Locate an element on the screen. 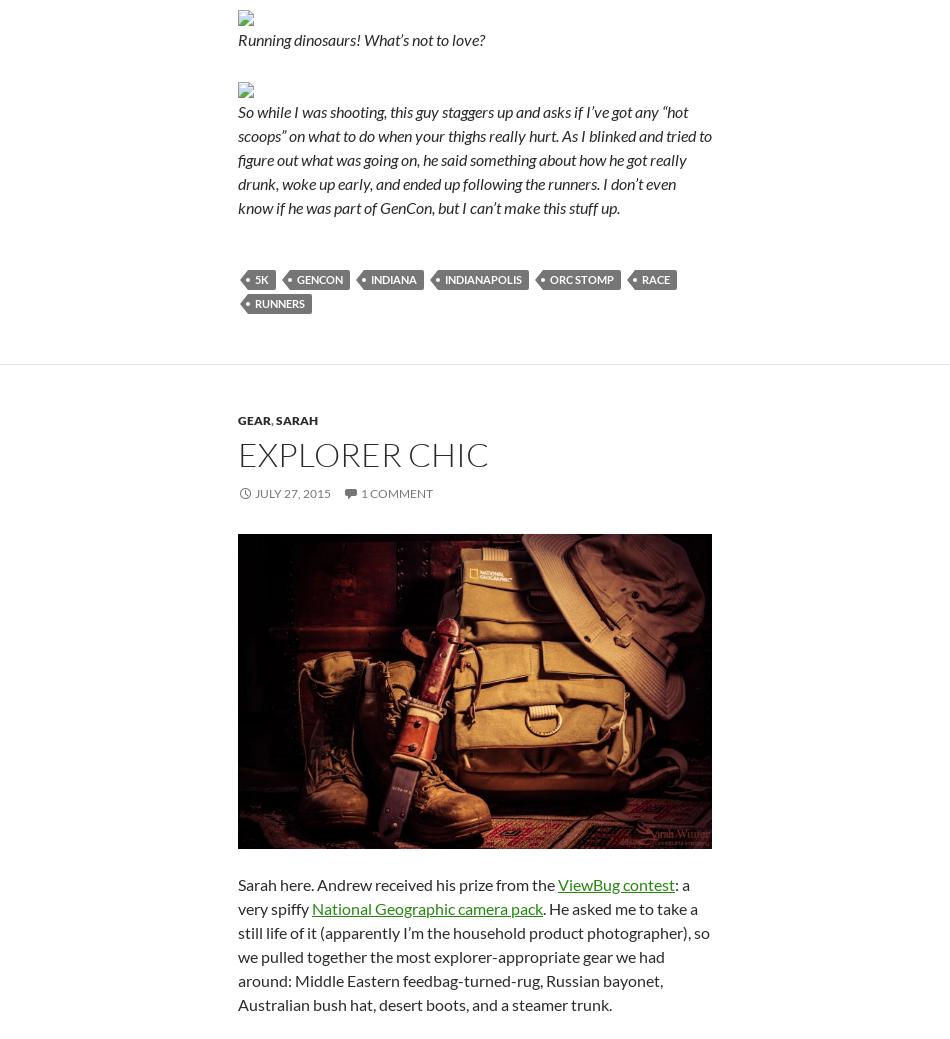  ',' is located at coordinates (270, 418).